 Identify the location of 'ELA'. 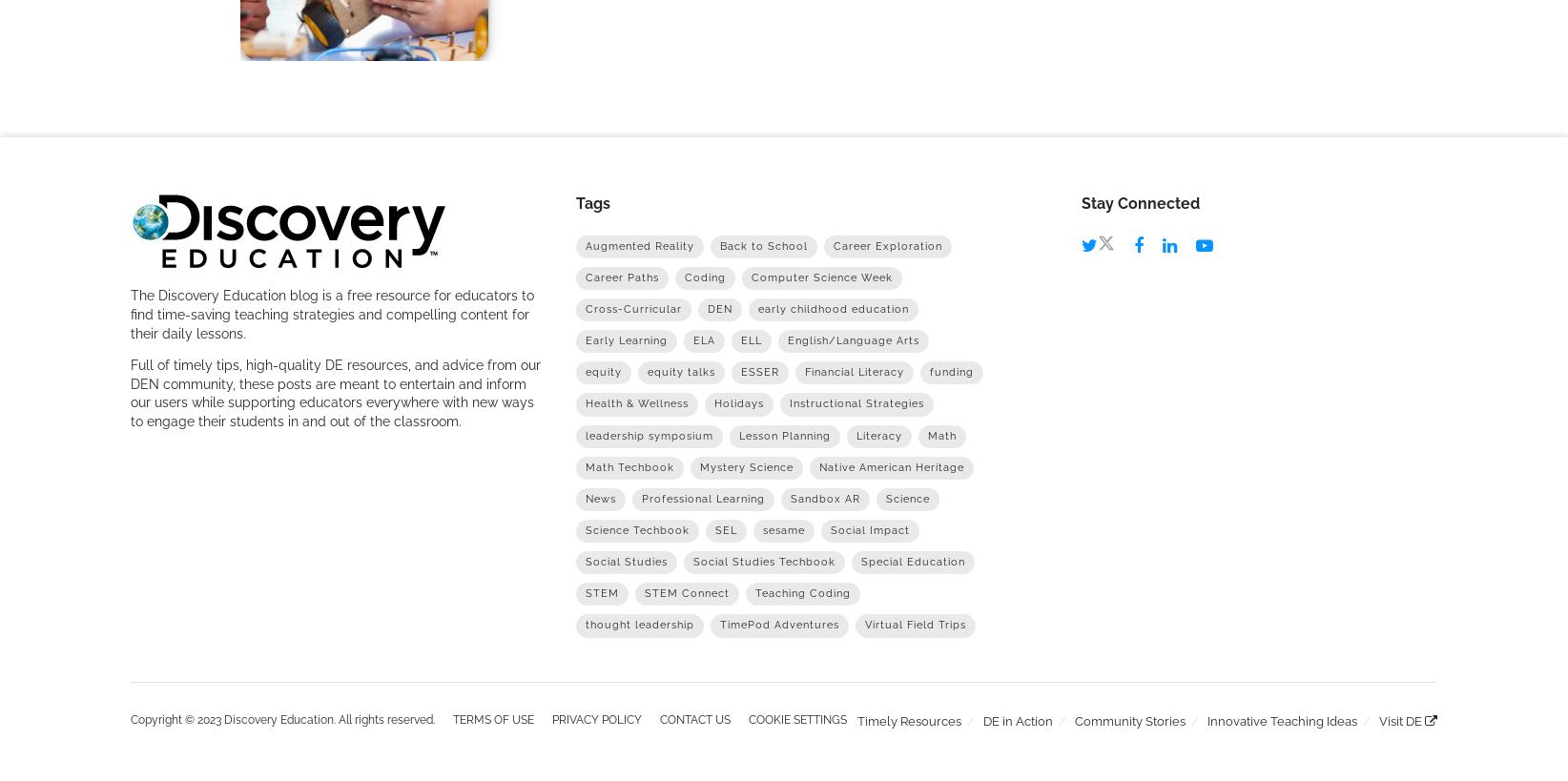
(702, 339).